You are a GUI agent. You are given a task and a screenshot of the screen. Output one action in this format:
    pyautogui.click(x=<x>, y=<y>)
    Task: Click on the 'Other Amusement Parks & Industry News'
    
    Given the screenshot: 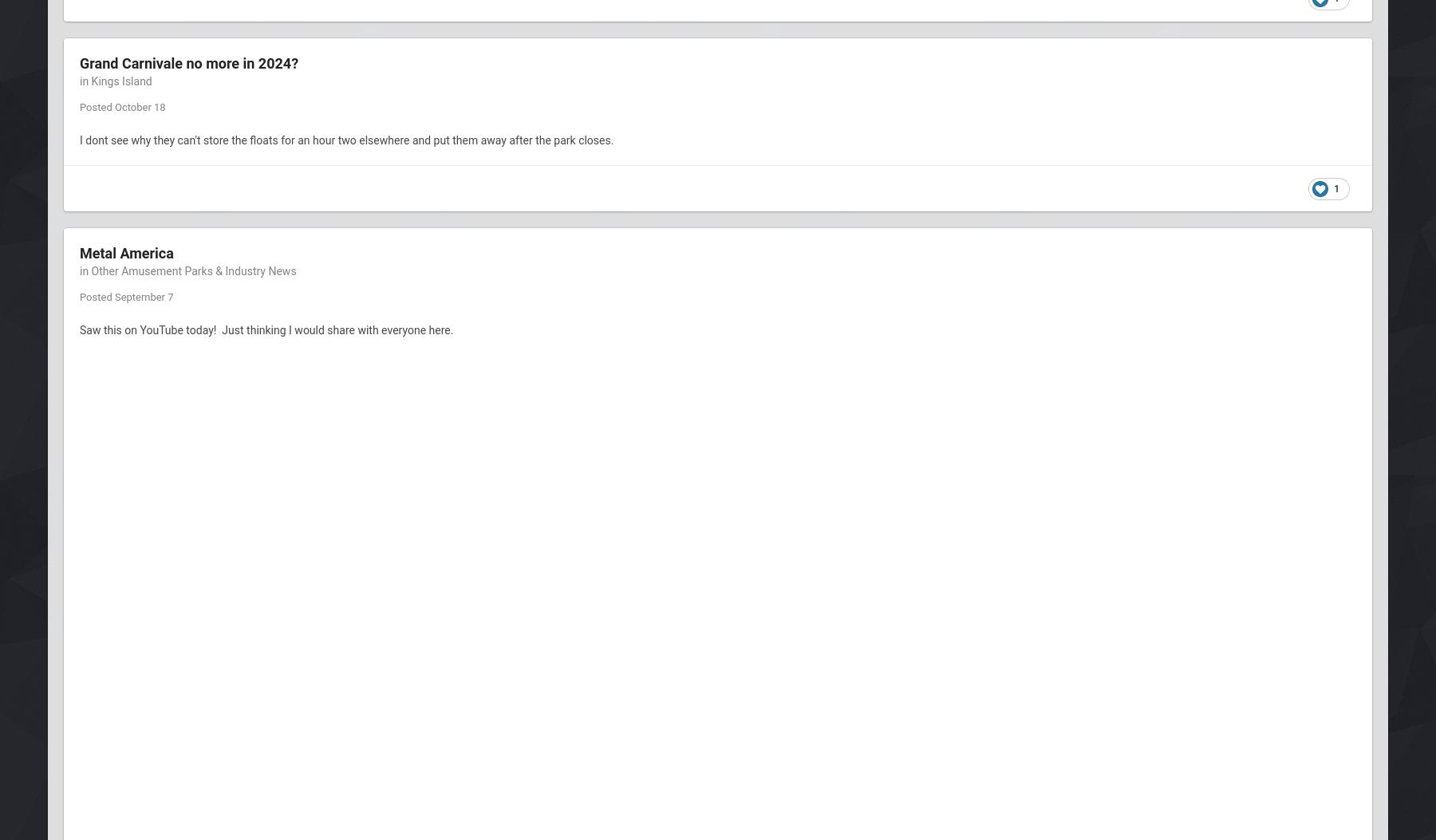 What is the action you would take?
    pyautogui.click(x=192, y=270)
    